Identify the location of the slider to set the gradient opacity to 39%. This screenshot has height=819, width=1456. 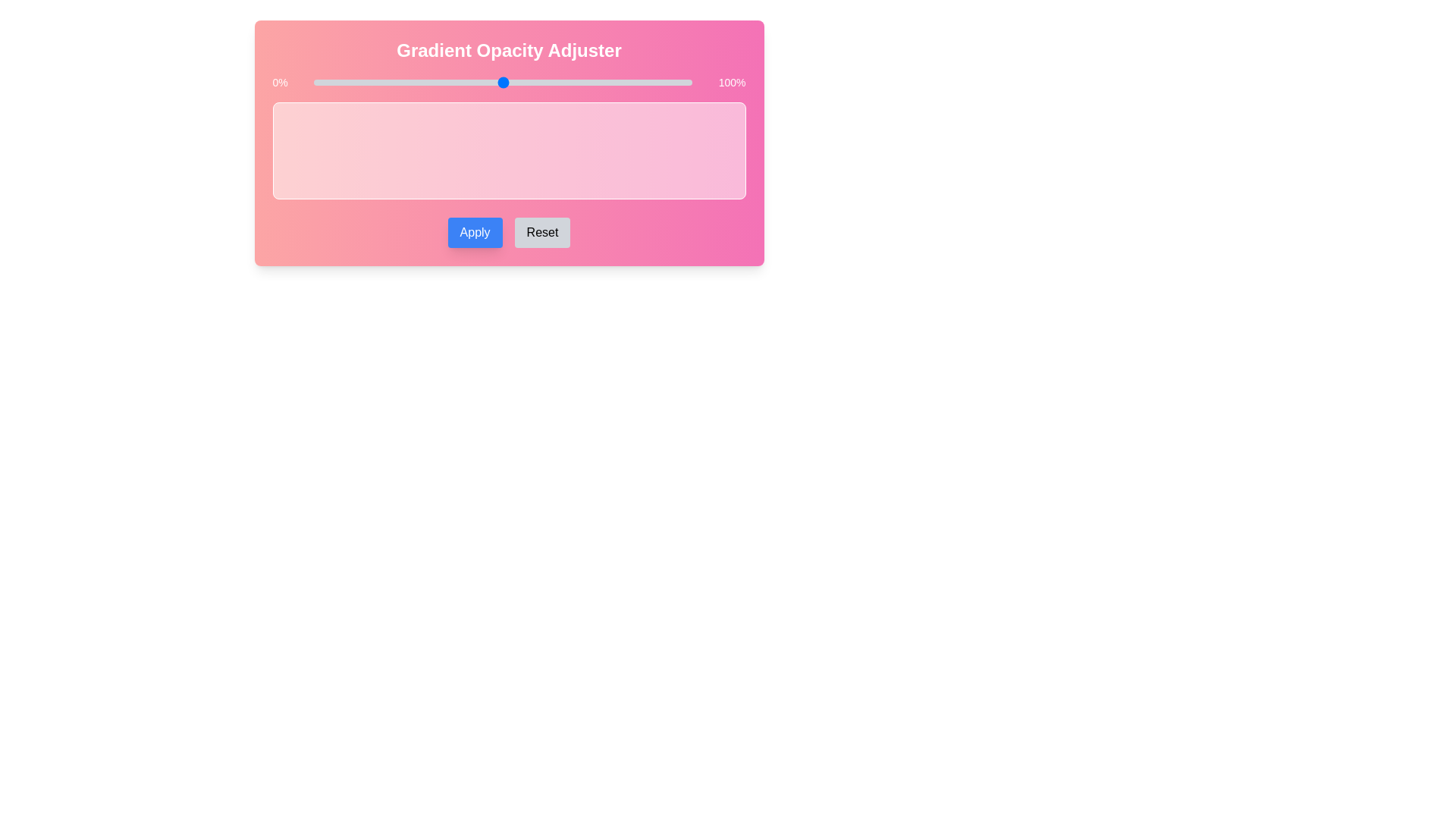
(460, 82).